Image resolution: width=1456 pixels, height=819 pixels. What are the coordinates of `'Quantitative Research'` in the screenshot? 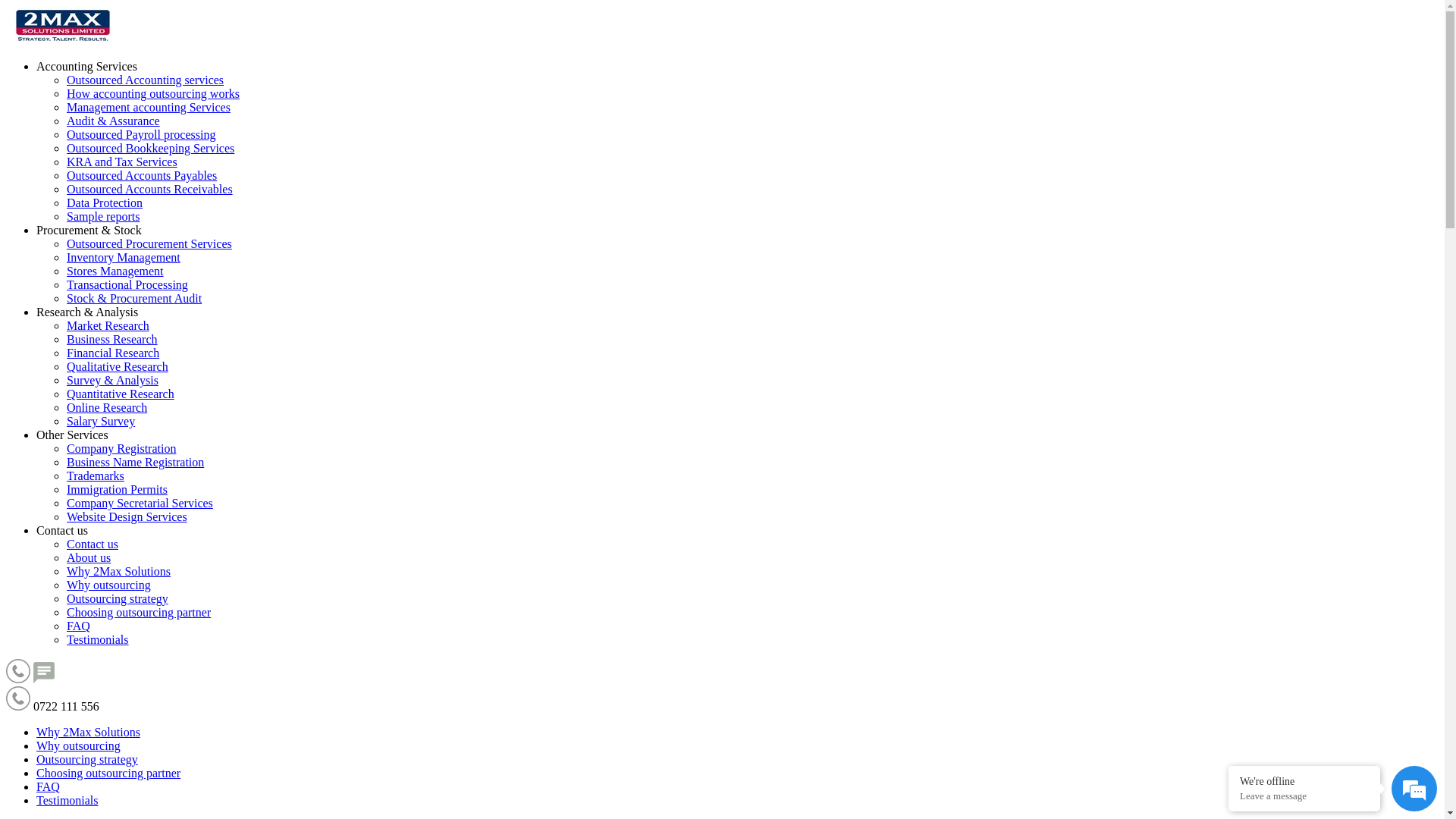 It's located at (119, 393).